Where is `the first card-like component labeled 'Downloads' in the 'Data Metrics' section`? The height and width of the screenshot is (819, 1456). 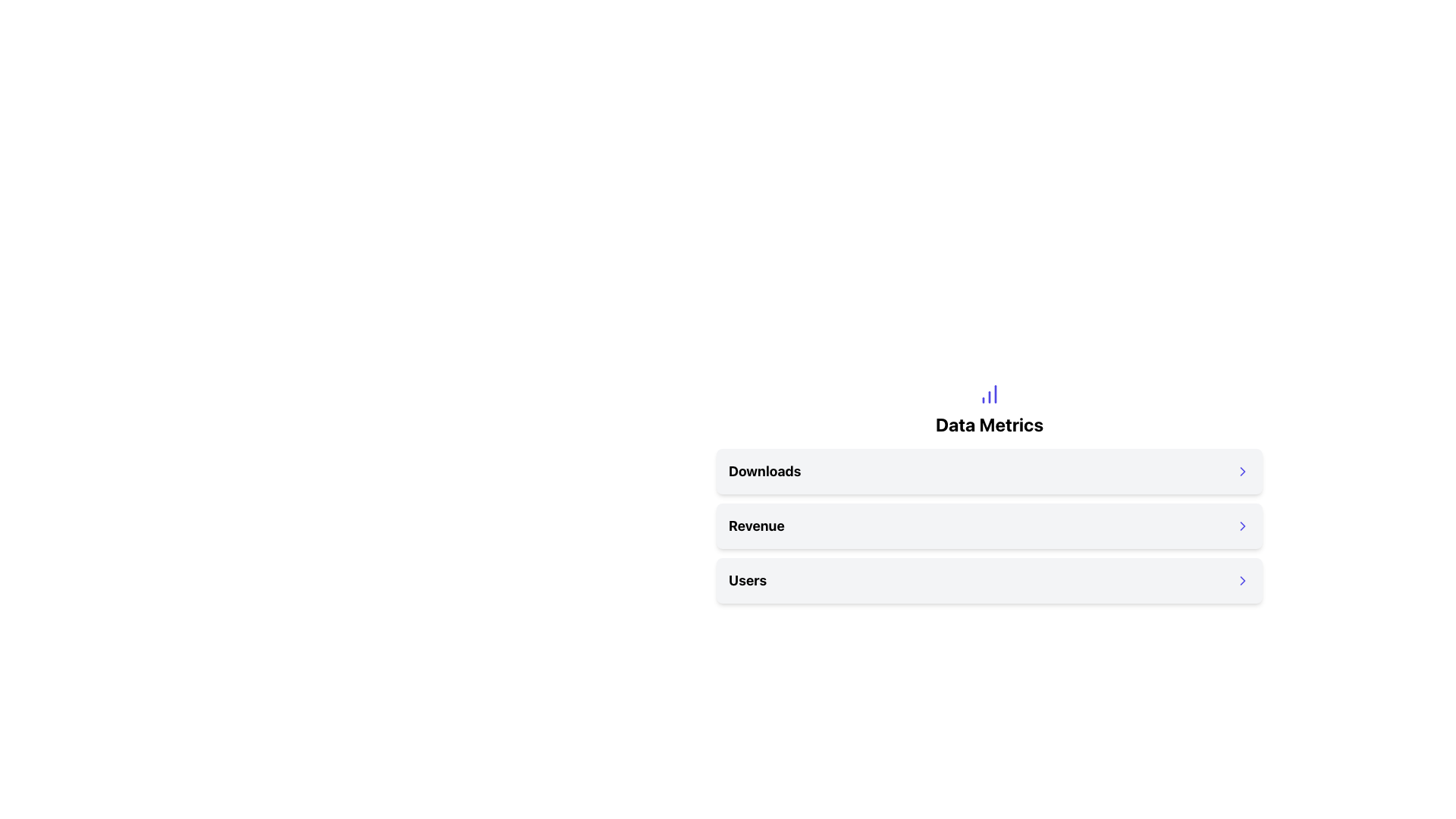 the first card-like component labeled 'Downloads' in the 'Data Metrics' section is located at coordinates (990, 470).